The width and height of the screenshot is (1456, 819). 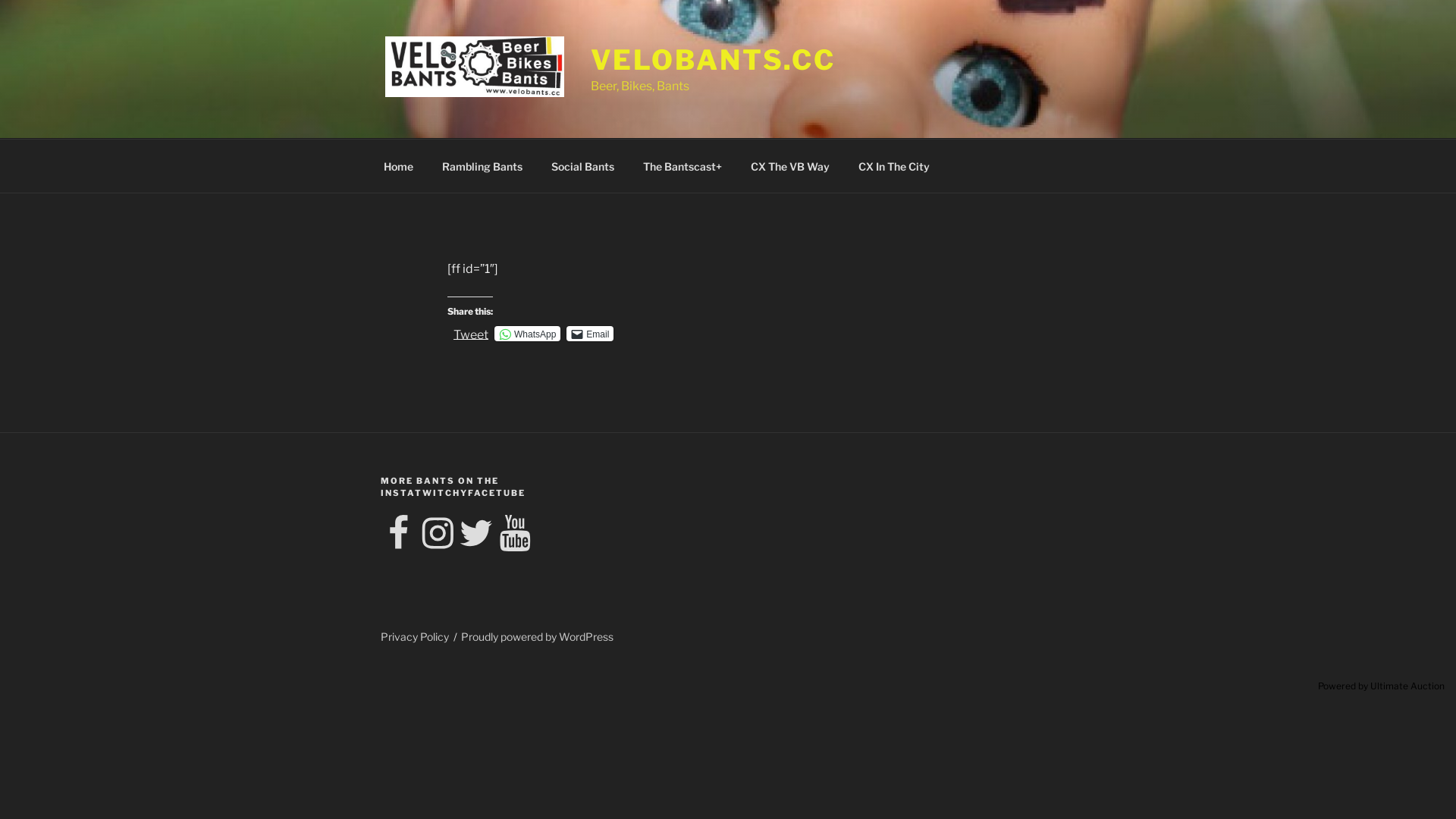 I want to click on 'Tweet', so click(x=469, y=332).